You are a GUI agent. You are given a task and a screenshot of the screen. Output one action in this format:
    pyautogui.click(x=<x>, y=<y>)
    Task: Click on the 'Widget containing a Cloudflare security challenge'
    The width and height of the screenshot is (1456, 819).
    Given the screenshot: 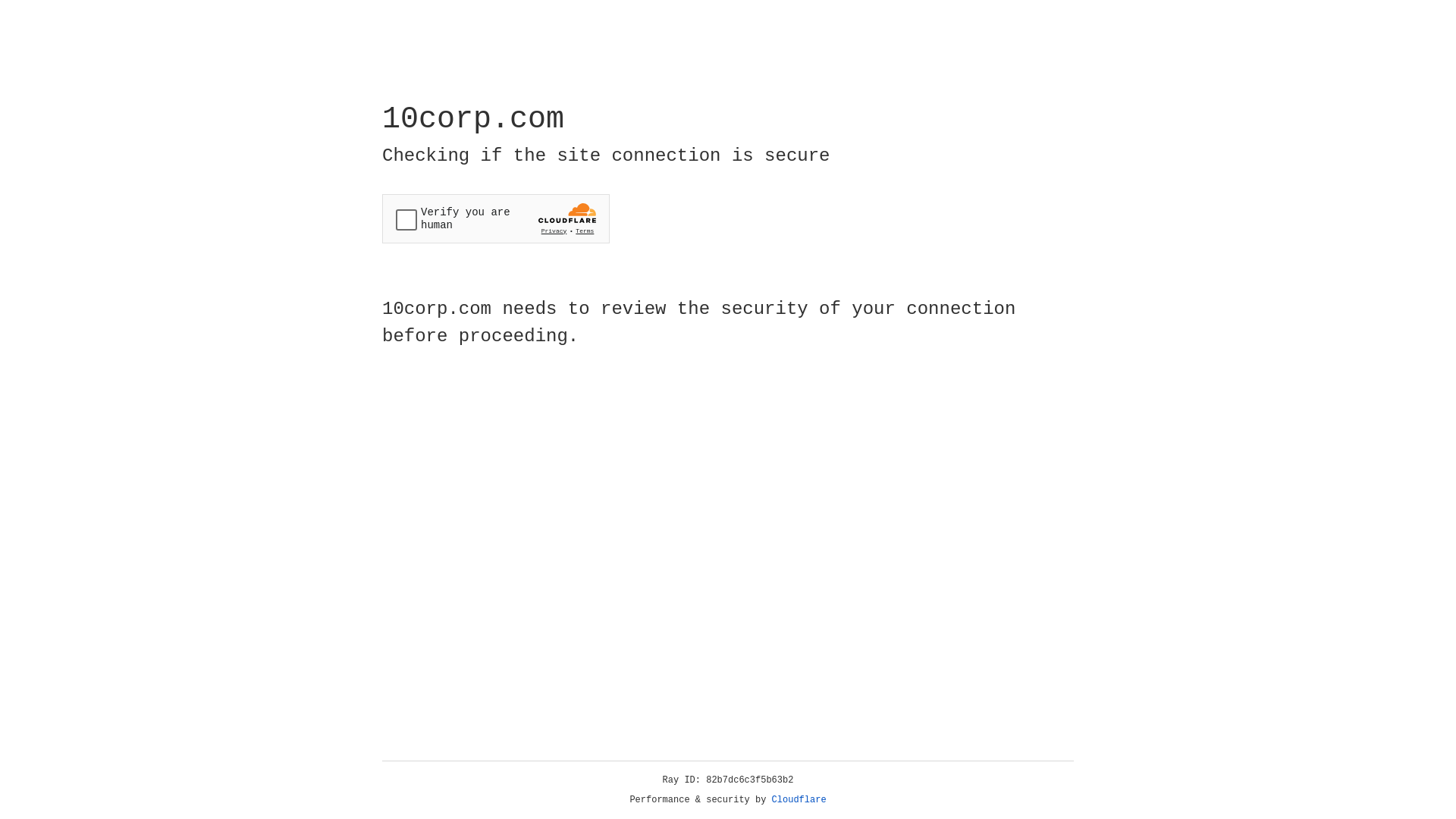 What is the action you would take?
    pyautogui.click(x=495, y=218)
    